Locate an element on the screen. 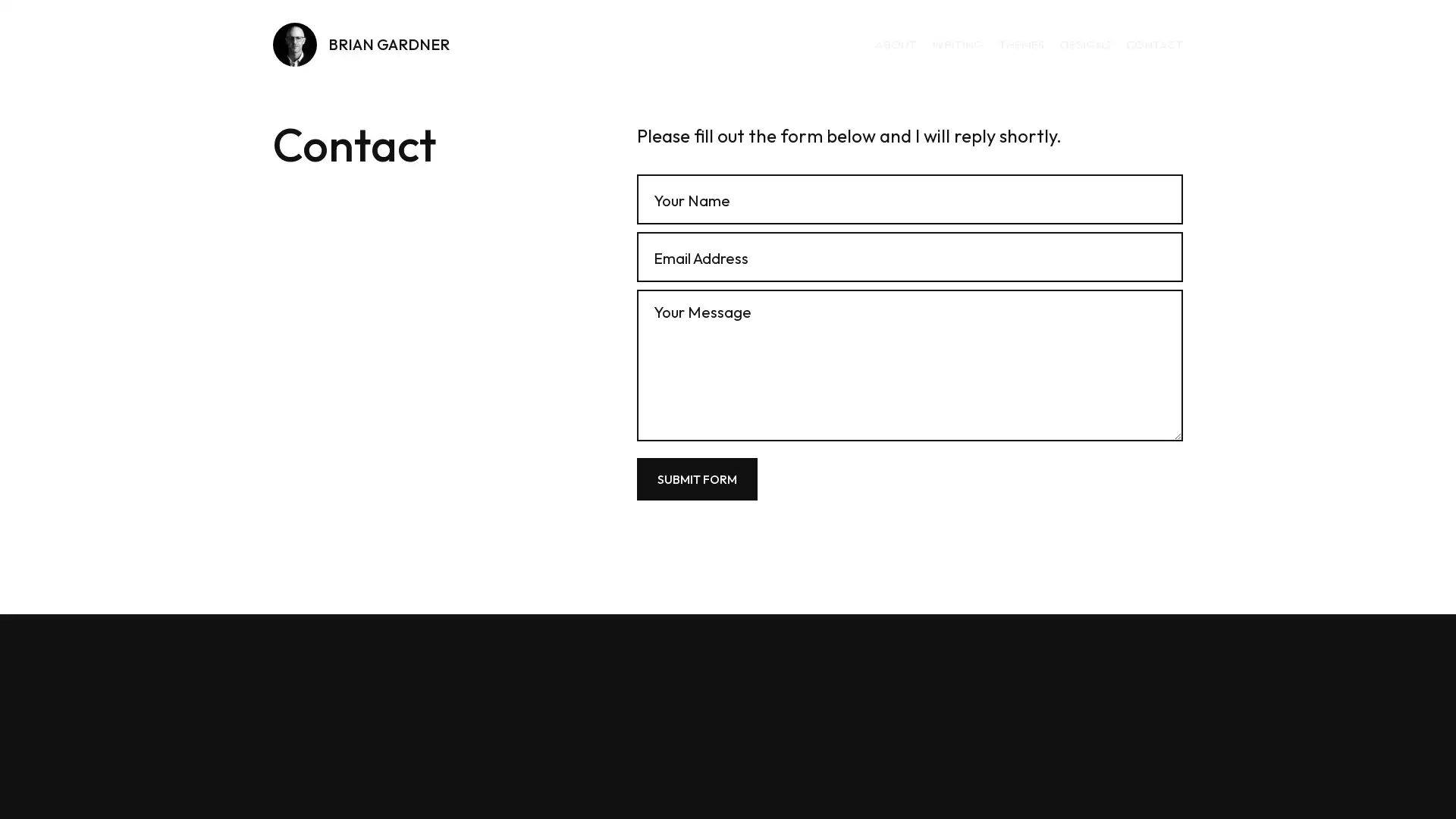  Submit Form is located at coordinates (696, 479).